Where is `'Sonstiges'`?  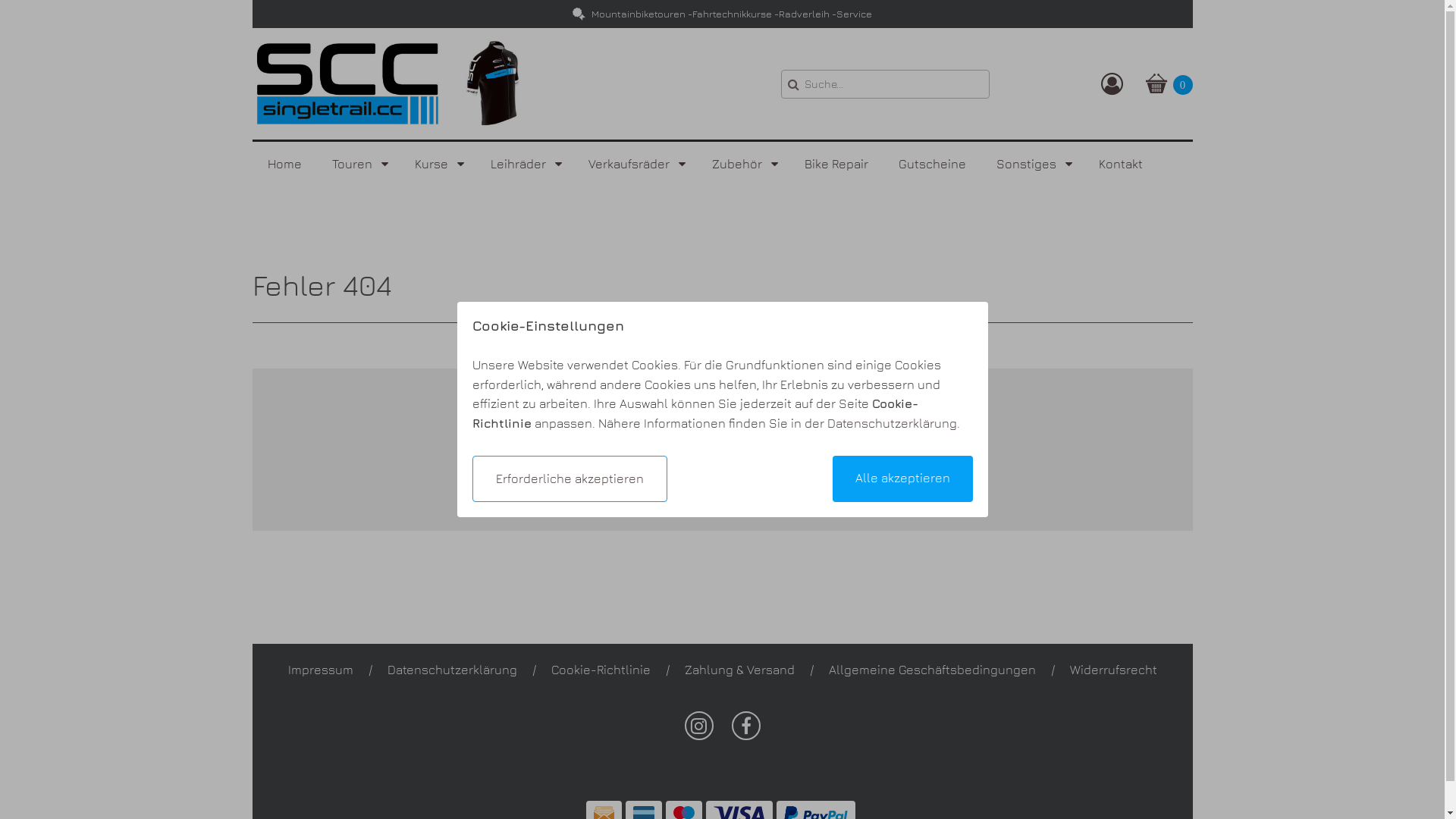 'Sonstiges' is located at coordinates (1031, 164).